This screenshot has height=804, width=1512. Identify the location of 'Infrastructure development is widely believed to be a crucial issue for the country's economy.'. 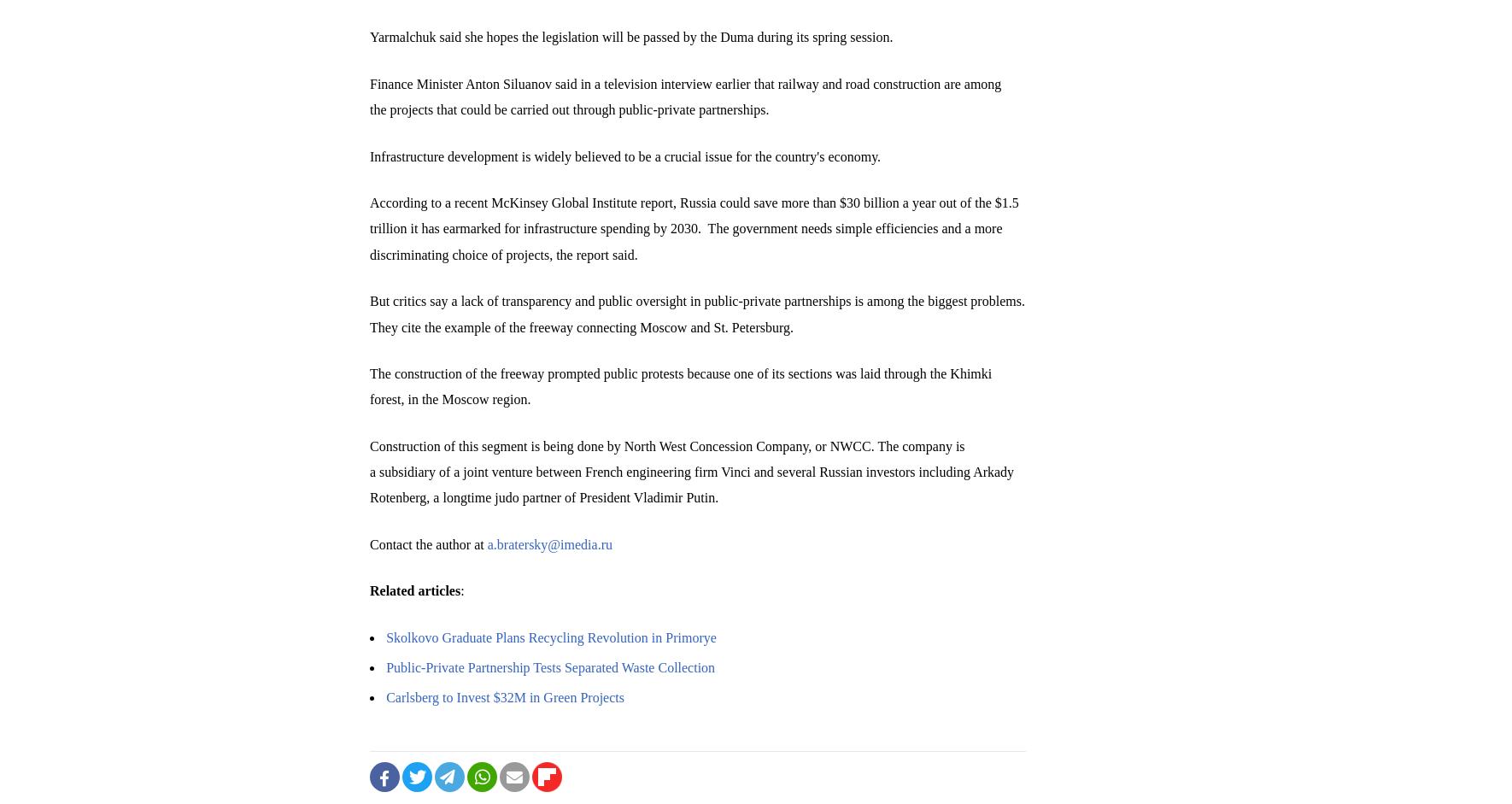
(624, 156).